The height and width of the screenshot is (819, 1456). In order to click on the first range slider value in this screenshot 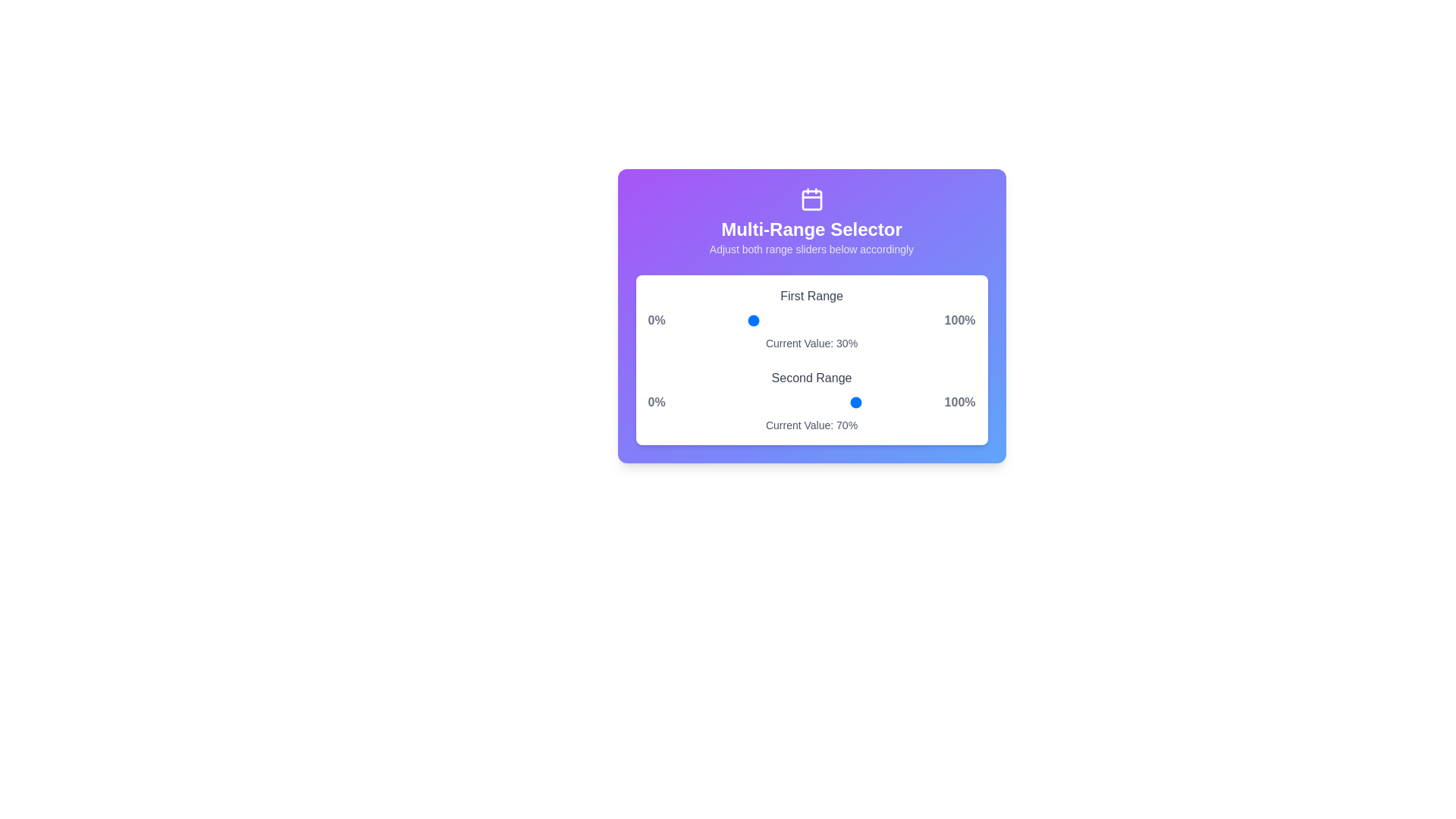, I will do `click(767, 320)`.